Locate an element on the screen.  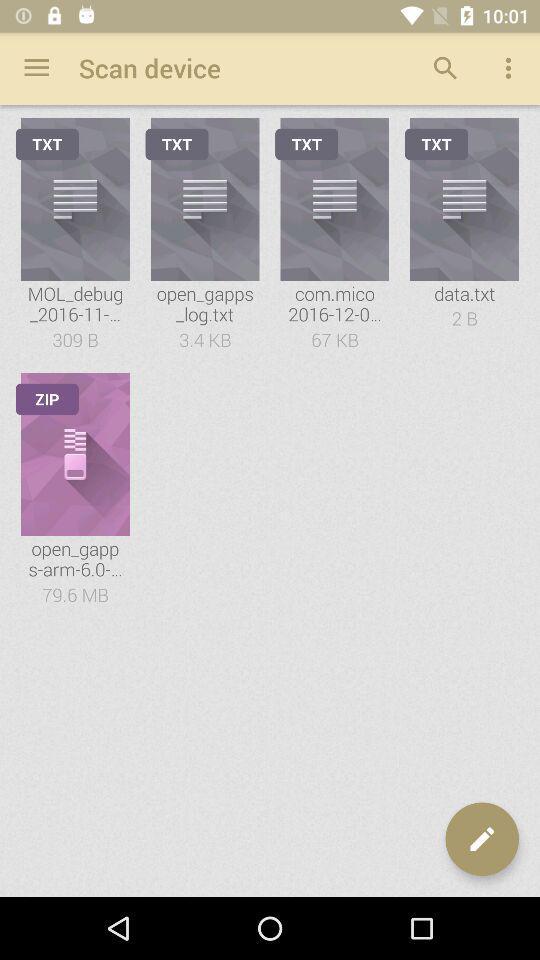
icon below 2 b item is located at coordinates (481, 839).